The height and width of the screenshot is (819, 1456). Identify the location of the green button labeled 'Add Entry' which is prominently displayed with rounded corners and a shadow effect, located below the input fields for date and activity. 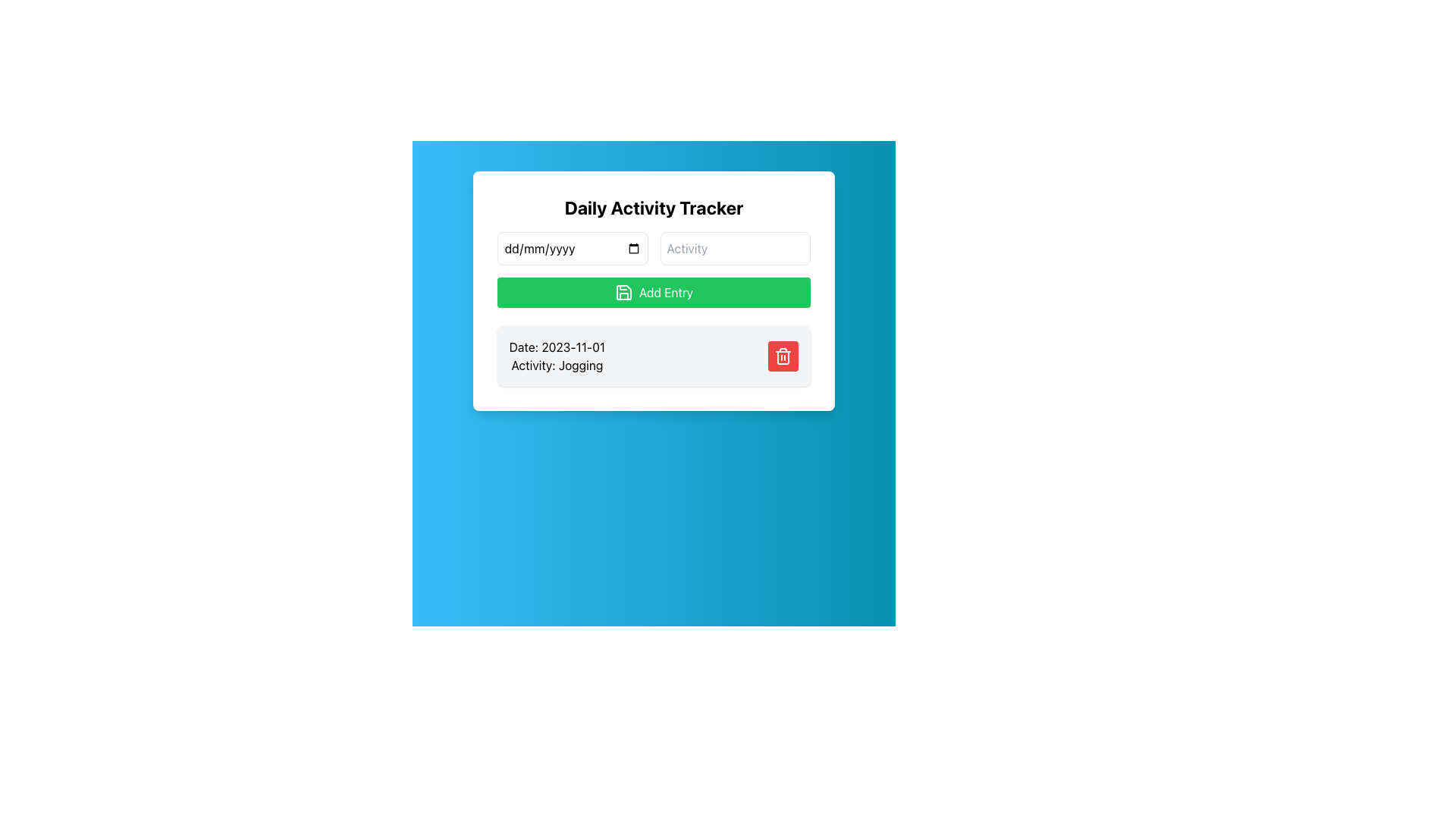
(666, 292).